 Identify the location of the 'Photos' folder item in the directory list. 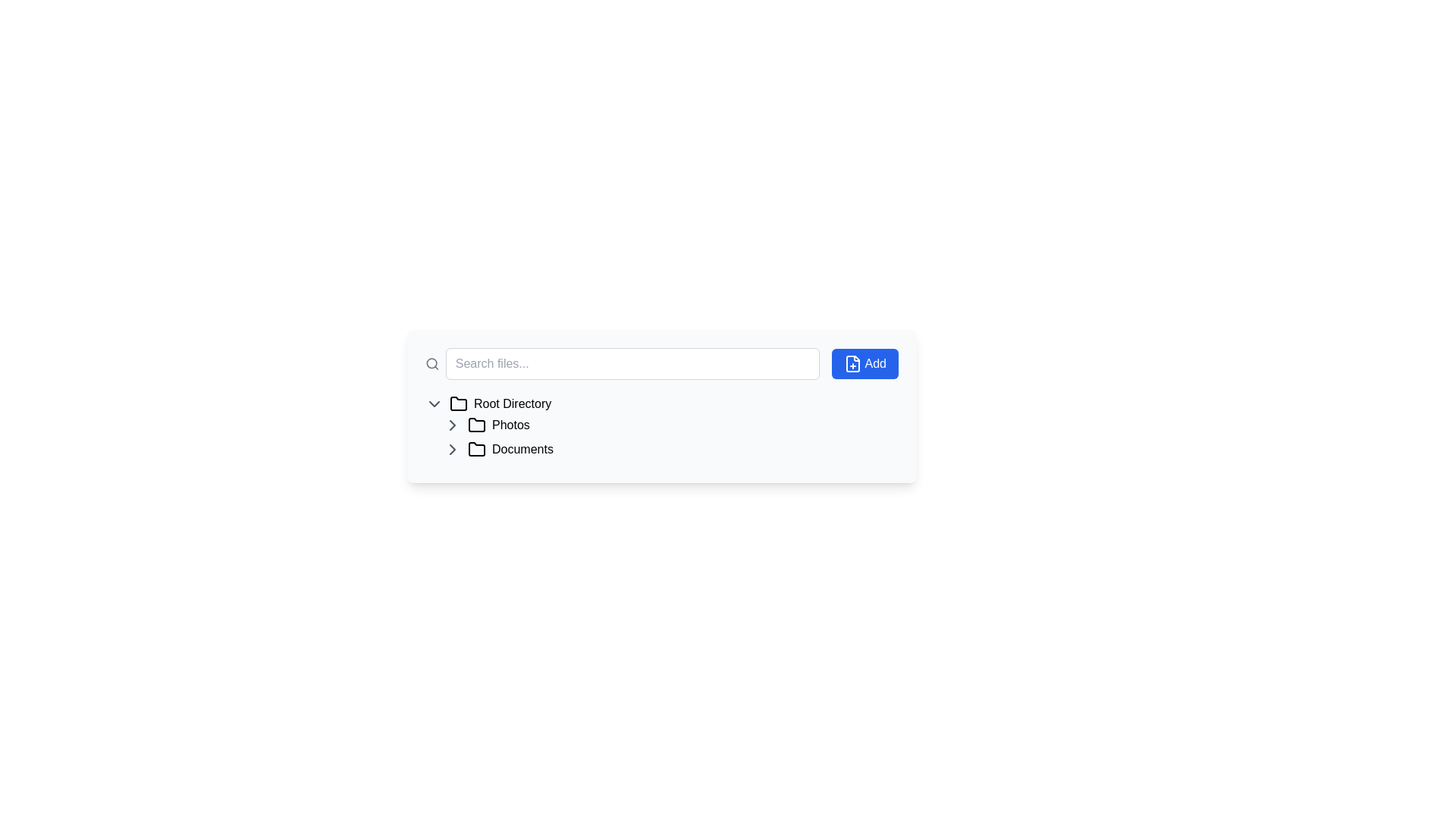
(670, 425).